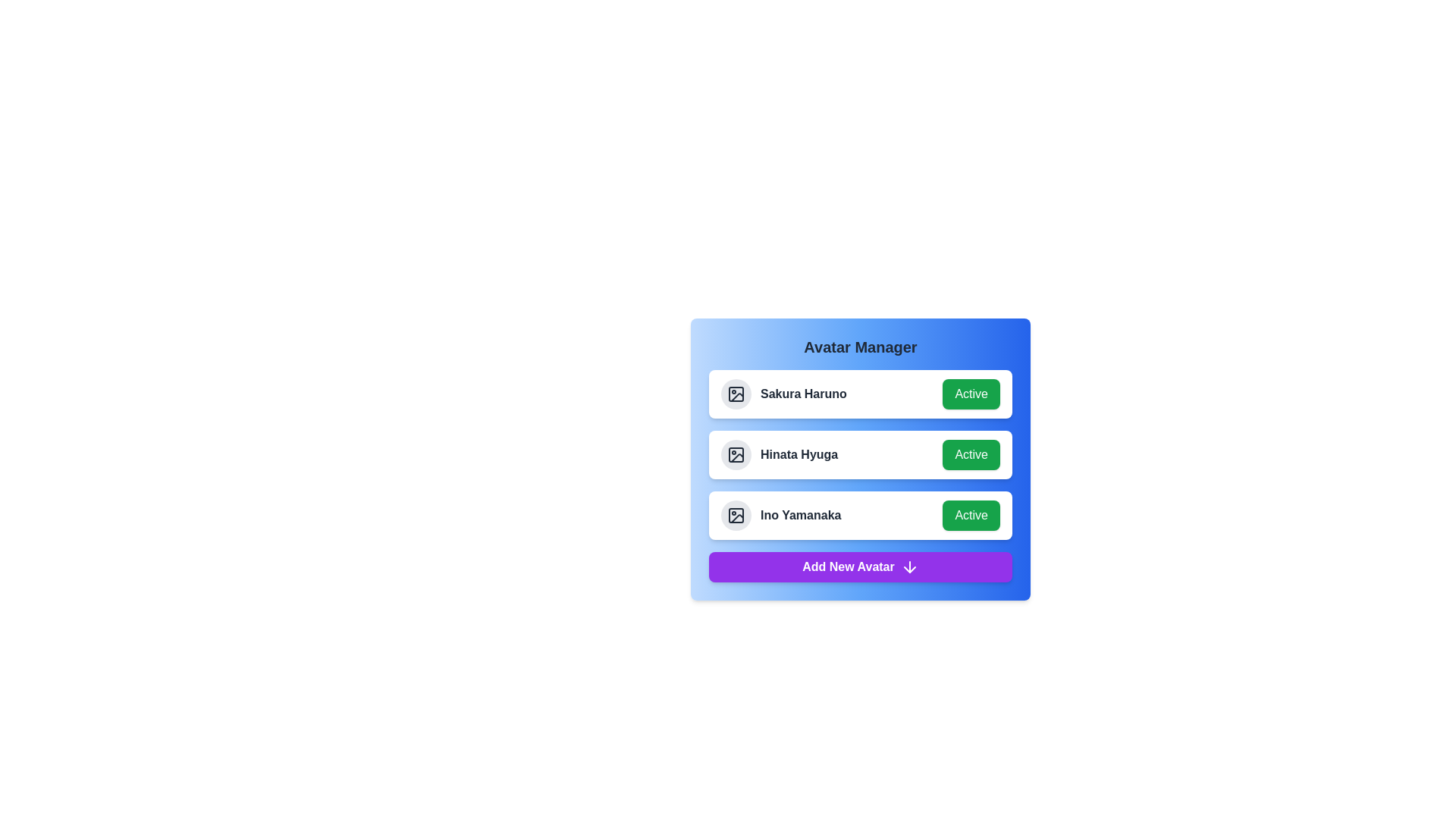  What do you see at coordinates (780, 454) in the screenshot?
I see `the text label 'Hinata Hyuga' in the user list, which is the second entry, positioned next to an avatar placeholder icon on the left` at bounding box center [780, 454].